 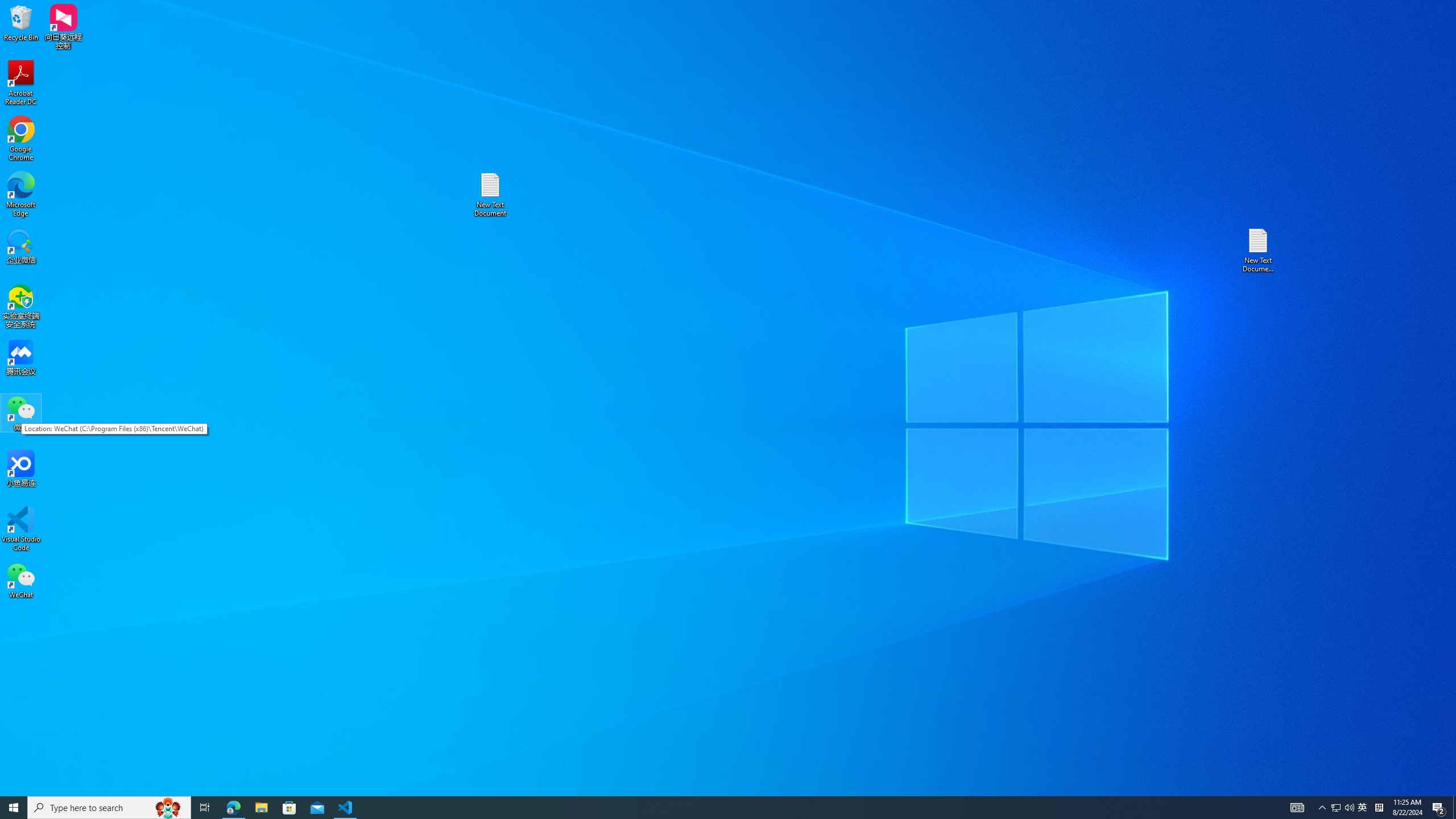 I want to click on 'New Text Document', so click(x=489, y=194).